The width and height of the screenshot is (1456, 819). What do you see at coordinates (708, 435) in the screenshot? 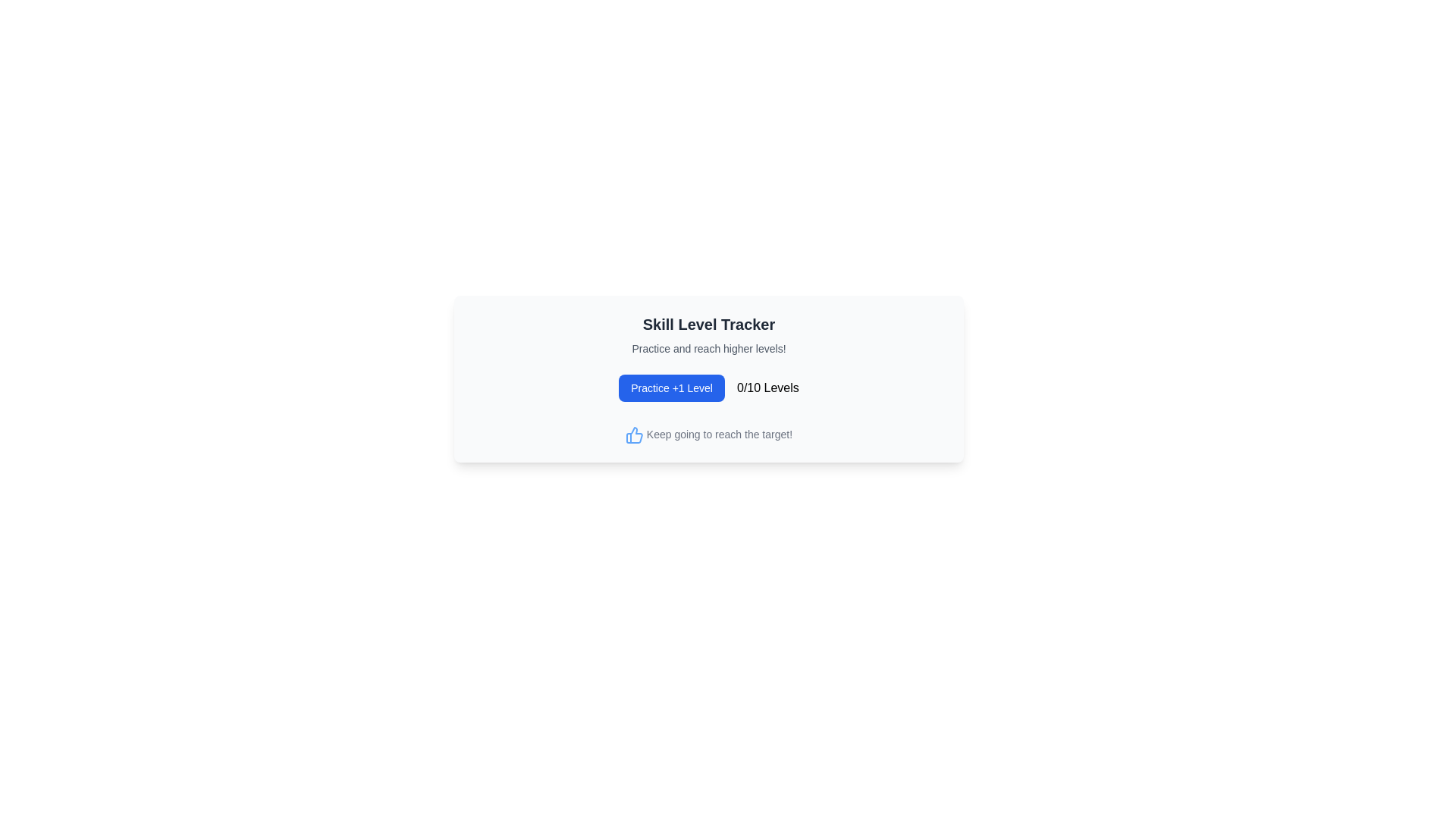
I see `text content of the Text with Icon that displays 'Keep going to reach the target!' and has a blue thumbs-up icon to its left, located at the bottom of the section` at bounding box center [708, 435].